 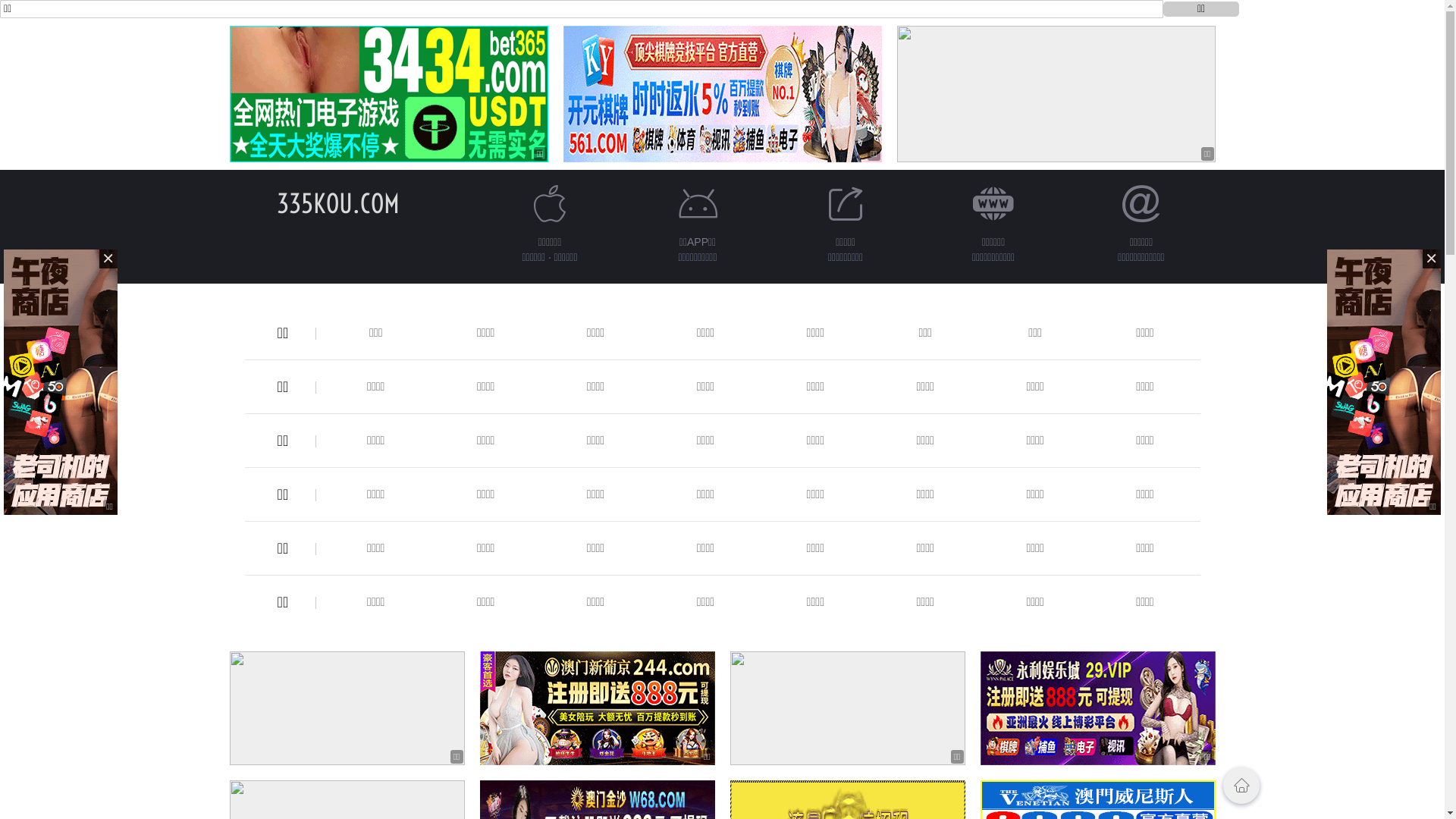 I want to click on '335KOU.COM', so click(x=337, y=202).